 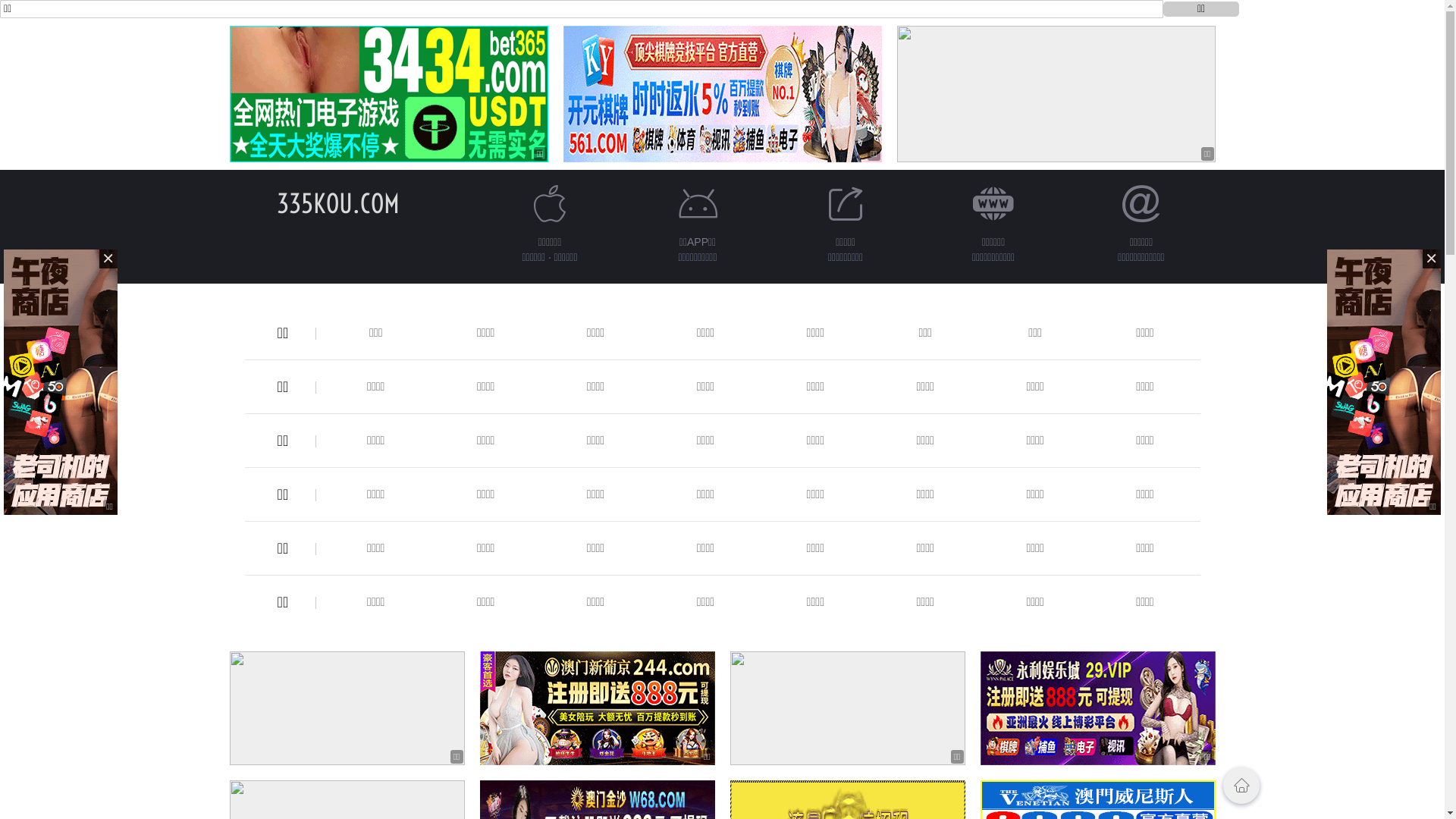 I want to click on '335KOU.COM', so click(x=337, y=202).